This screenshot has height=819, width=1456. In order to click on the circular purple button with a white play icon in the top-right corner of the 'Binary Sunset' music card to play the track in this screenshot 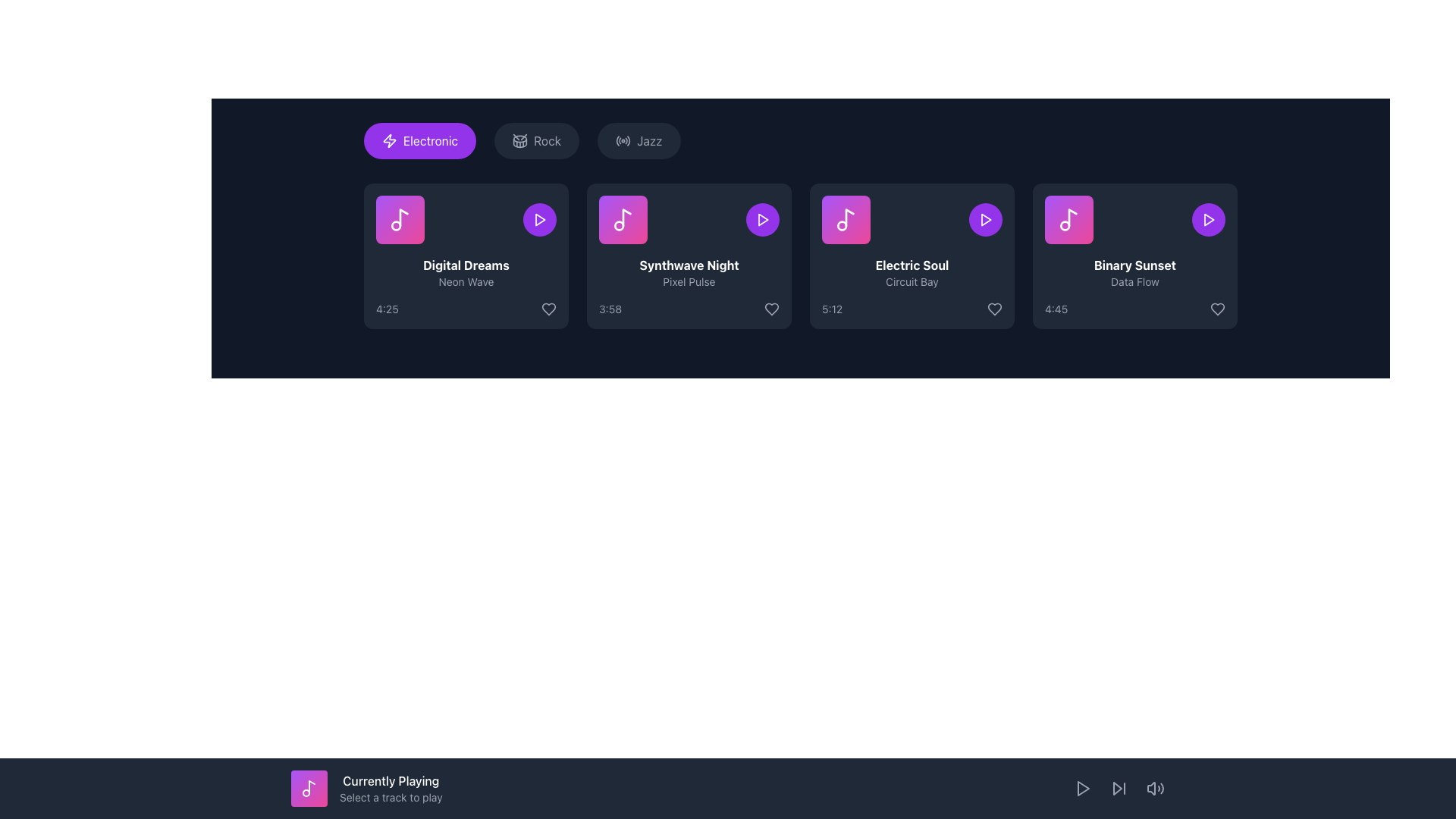, I will do `click(1207, 219)`.